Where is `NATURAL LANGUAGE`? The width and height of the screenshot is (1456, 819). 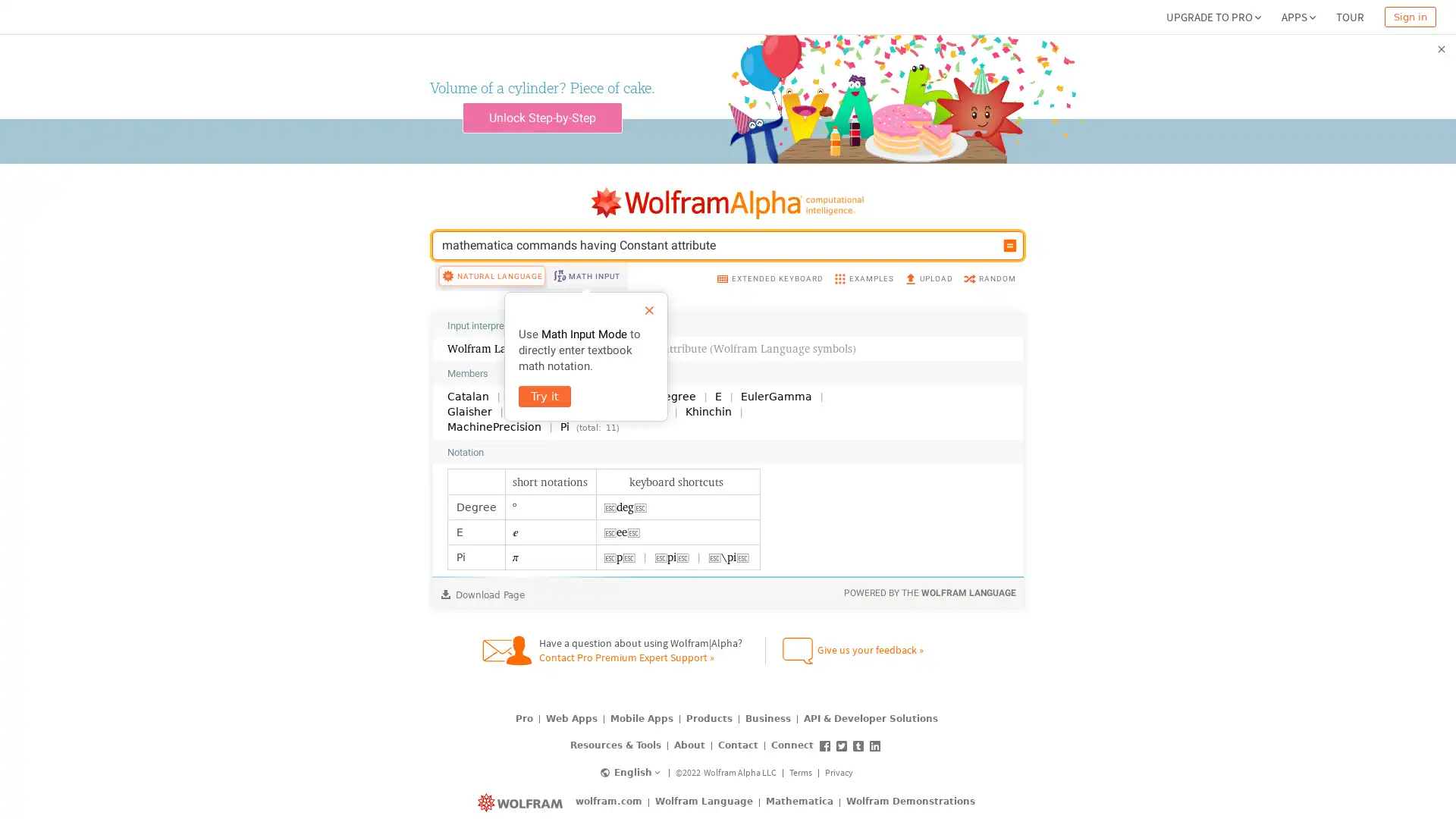
NATURAL LANGUAGE is located at coordinates (491, 305).